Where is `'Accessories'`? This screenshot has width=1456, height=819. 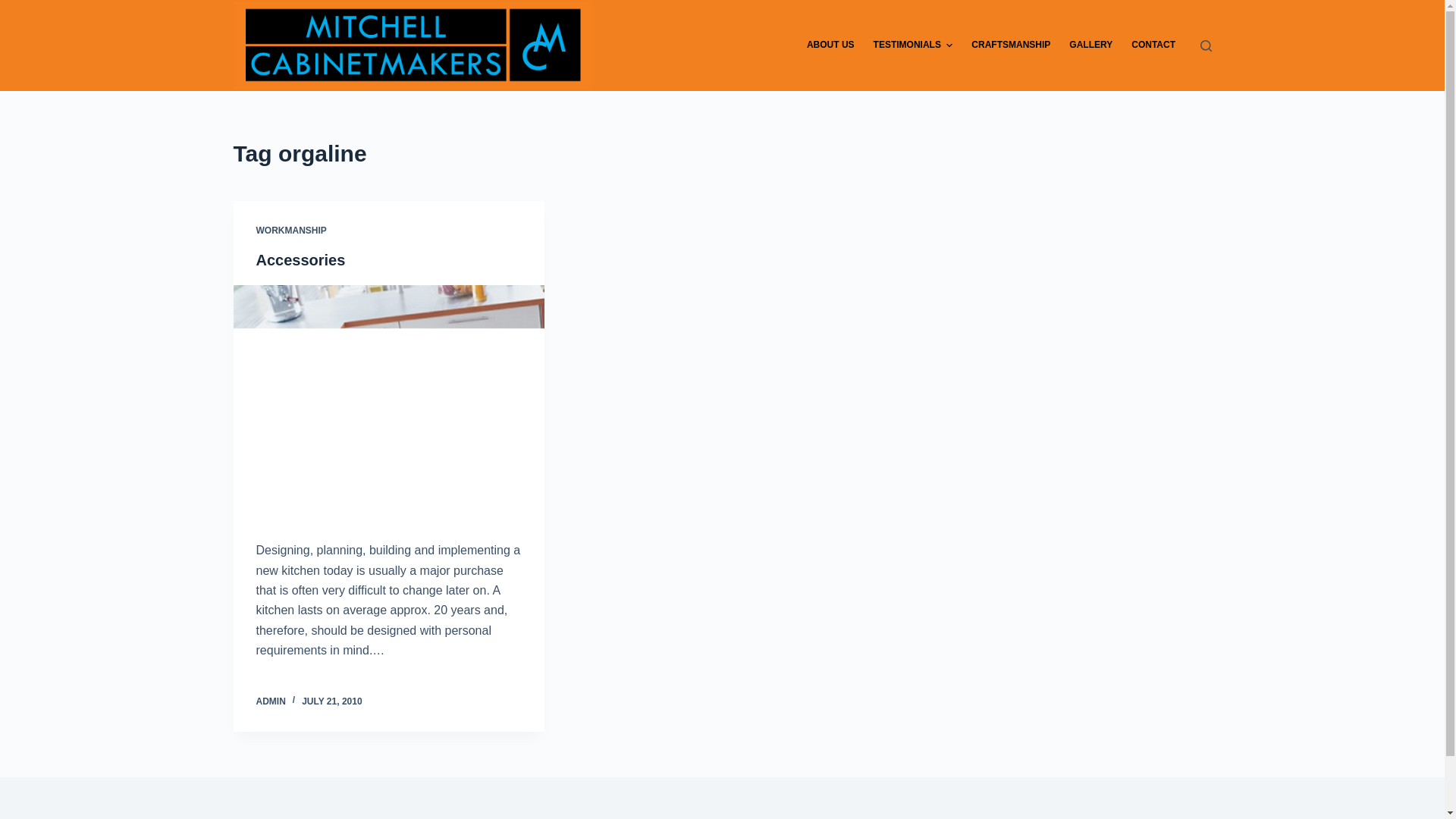 'Accessories' is located at coordinates (301, 259).